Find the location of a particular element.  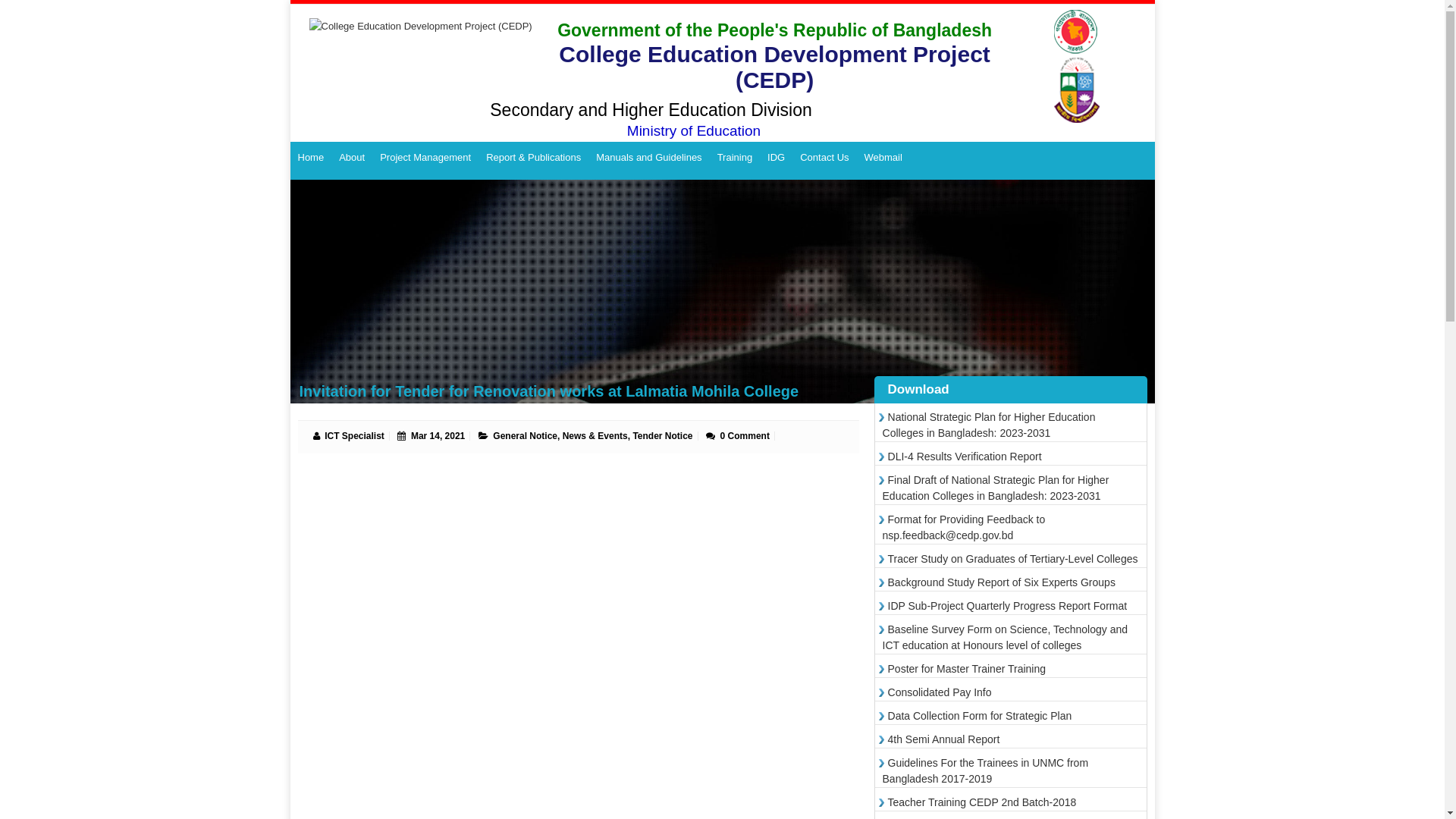

'Webmail' is located at coordinates (883, 158).